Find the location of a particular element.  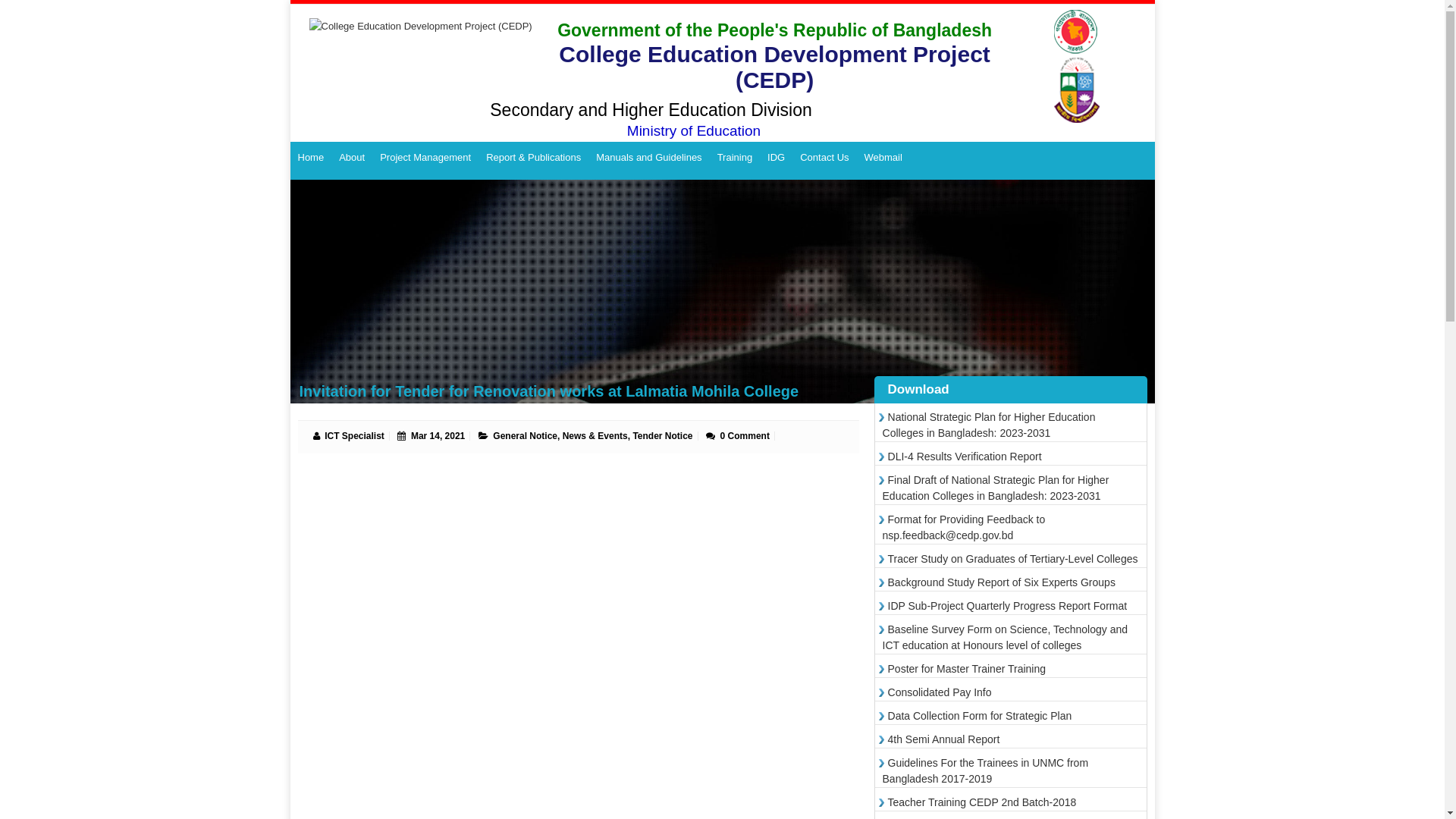

'Webmail' is located at coordinates (883, 158).